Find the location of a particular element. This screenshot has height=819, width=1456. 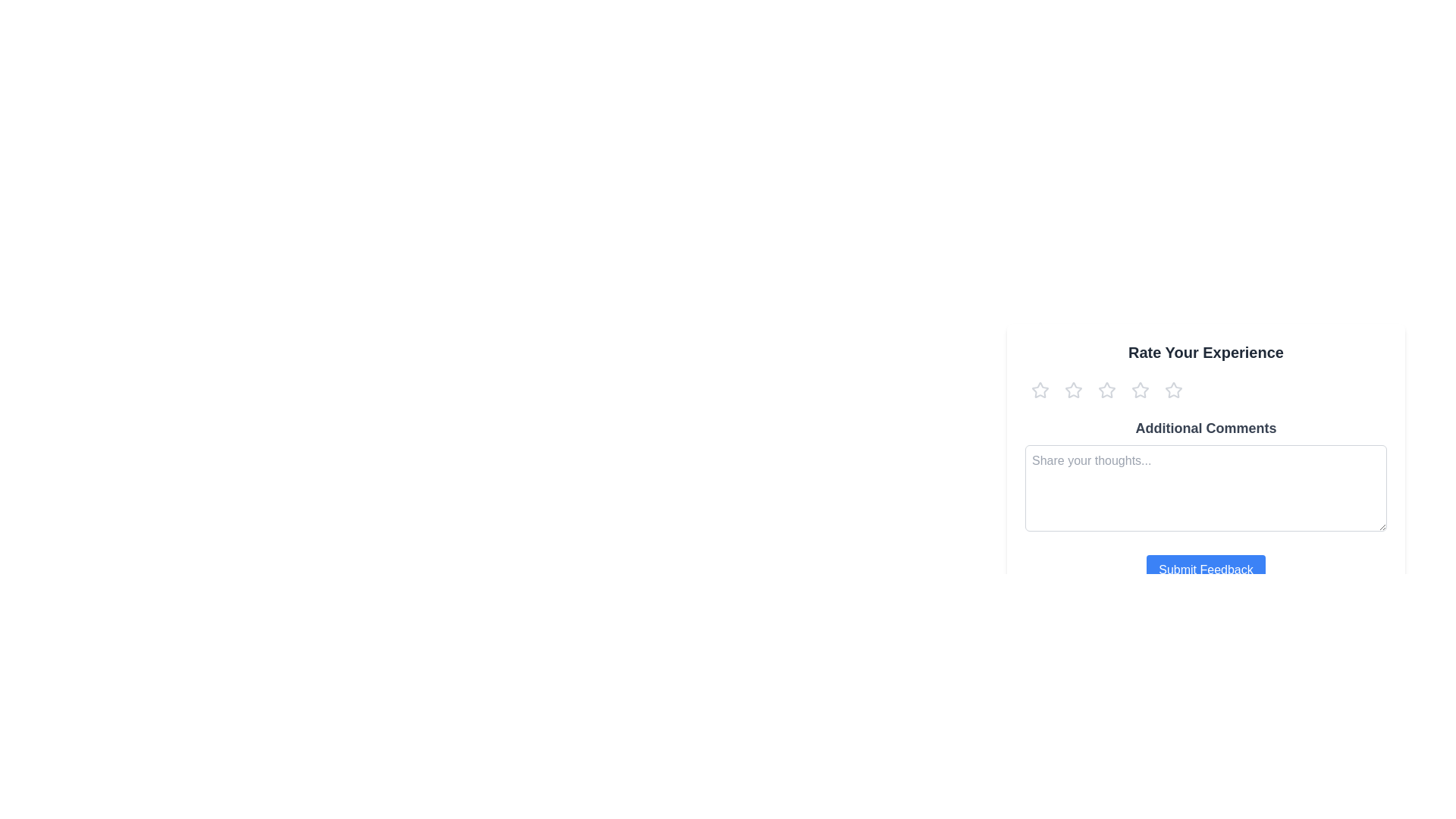

the second star rating icon located below the 'Rate Your Experience' heading is located at coordinates (1106, 389).